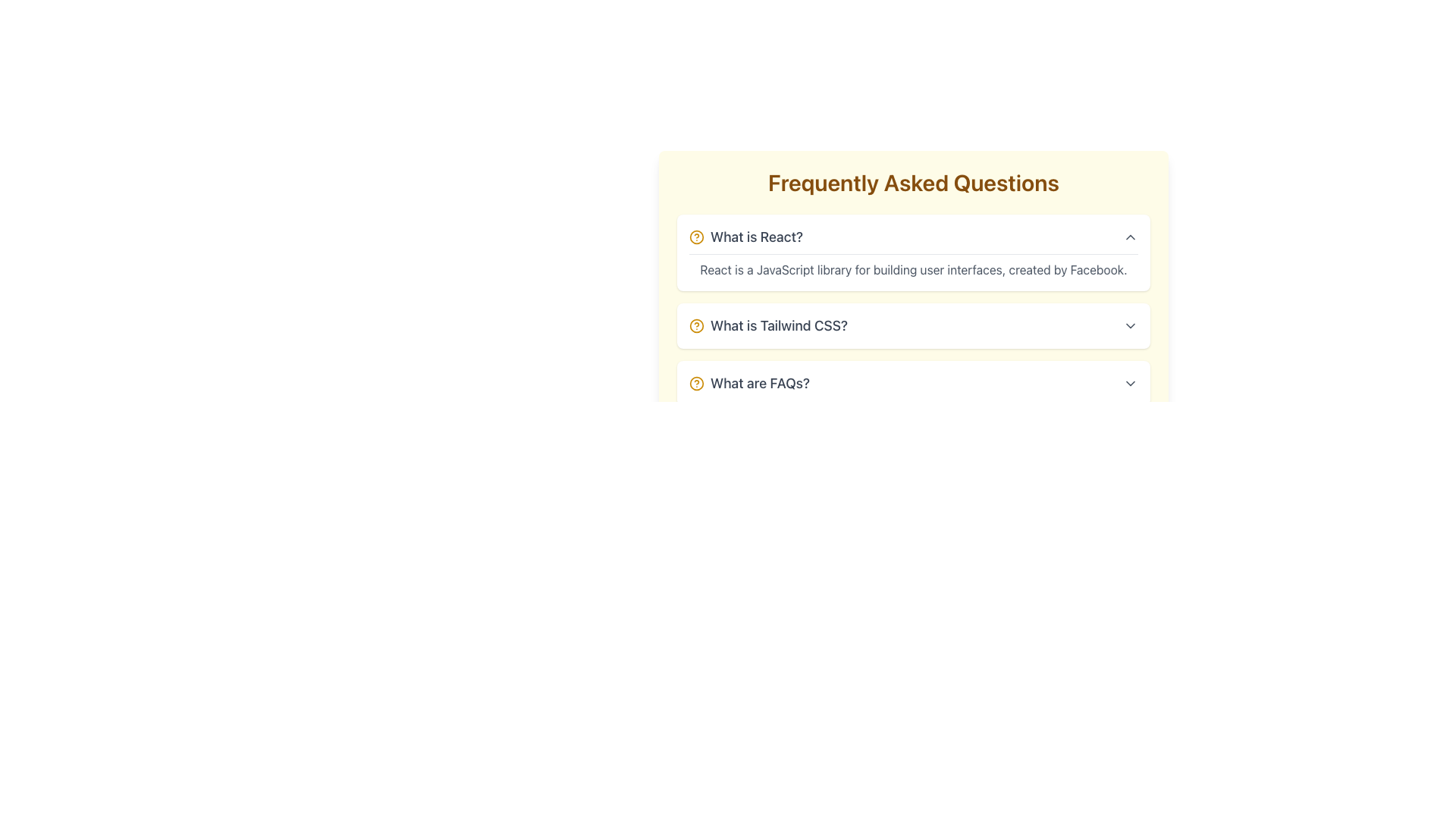  What do you see at coordinates (1131, 237) in the screenshot?
I see `the Chevron icon located on the far right of the FAQ item 'What is React?'` at bounding box center [1131, 237].